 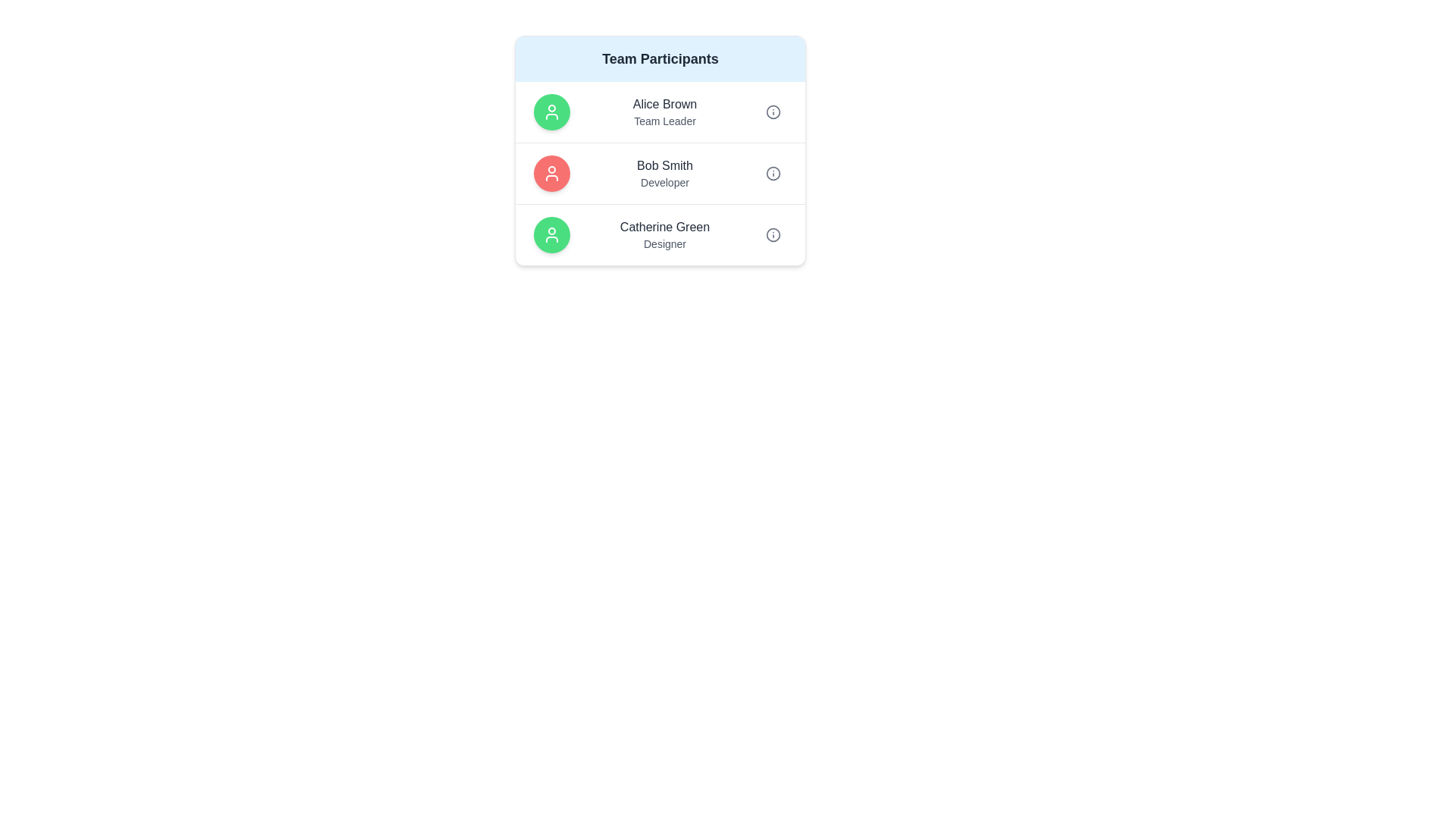 What do you see at coordinates (551, 111) in the screenshot?
I see `the circular user silhouette icon within the green area, which is the third item under 'Team Participants' labeled 'Catherine Green Designer'` at bounding box center [551, 111].